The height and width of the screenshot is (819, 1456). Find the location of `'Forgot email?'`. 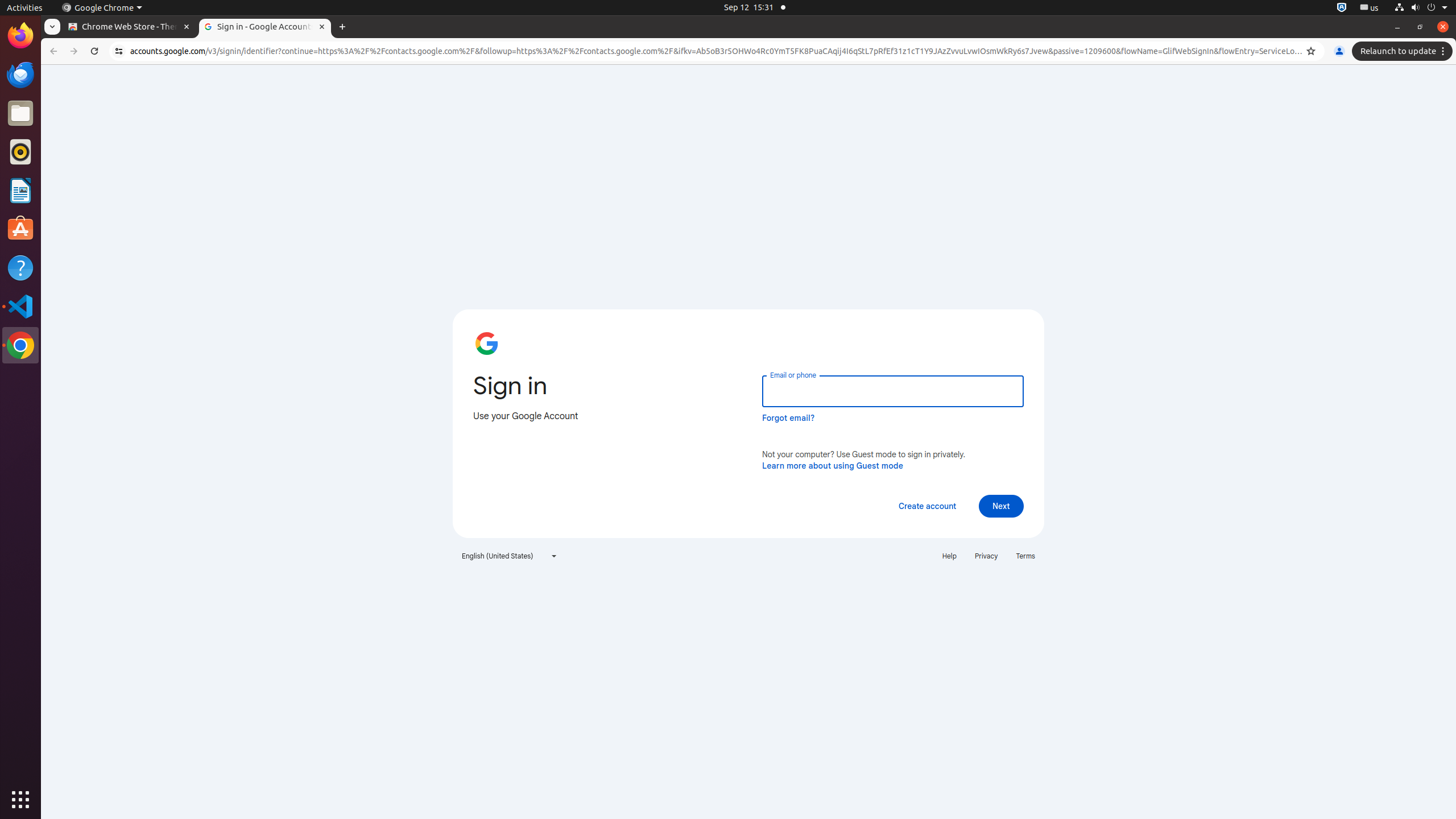

'Forgot email?' is located at coordinates (788, 417).